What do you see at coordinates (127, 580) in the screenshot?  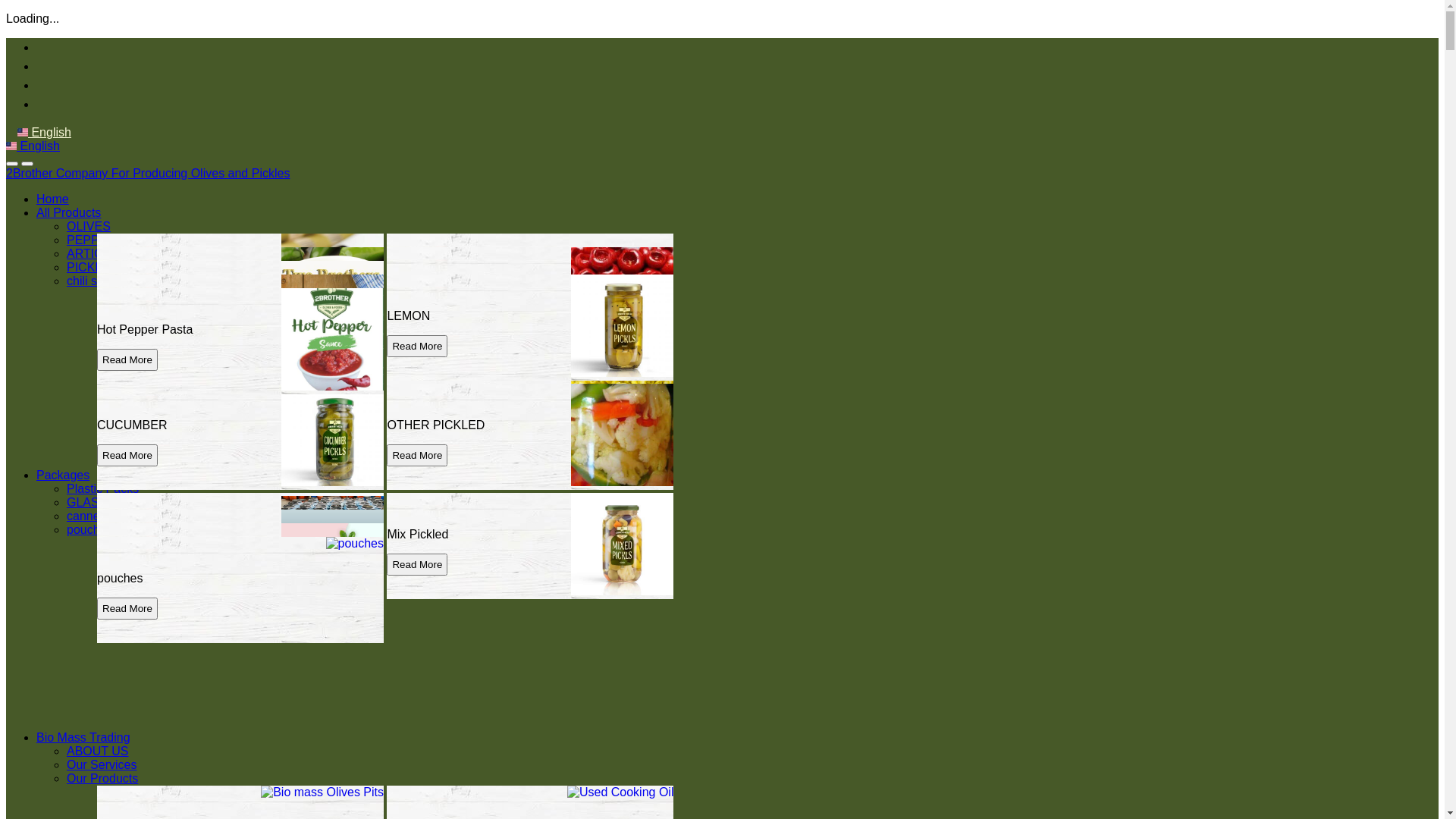 I see `'Read More'` at bounding box center [127, 580].